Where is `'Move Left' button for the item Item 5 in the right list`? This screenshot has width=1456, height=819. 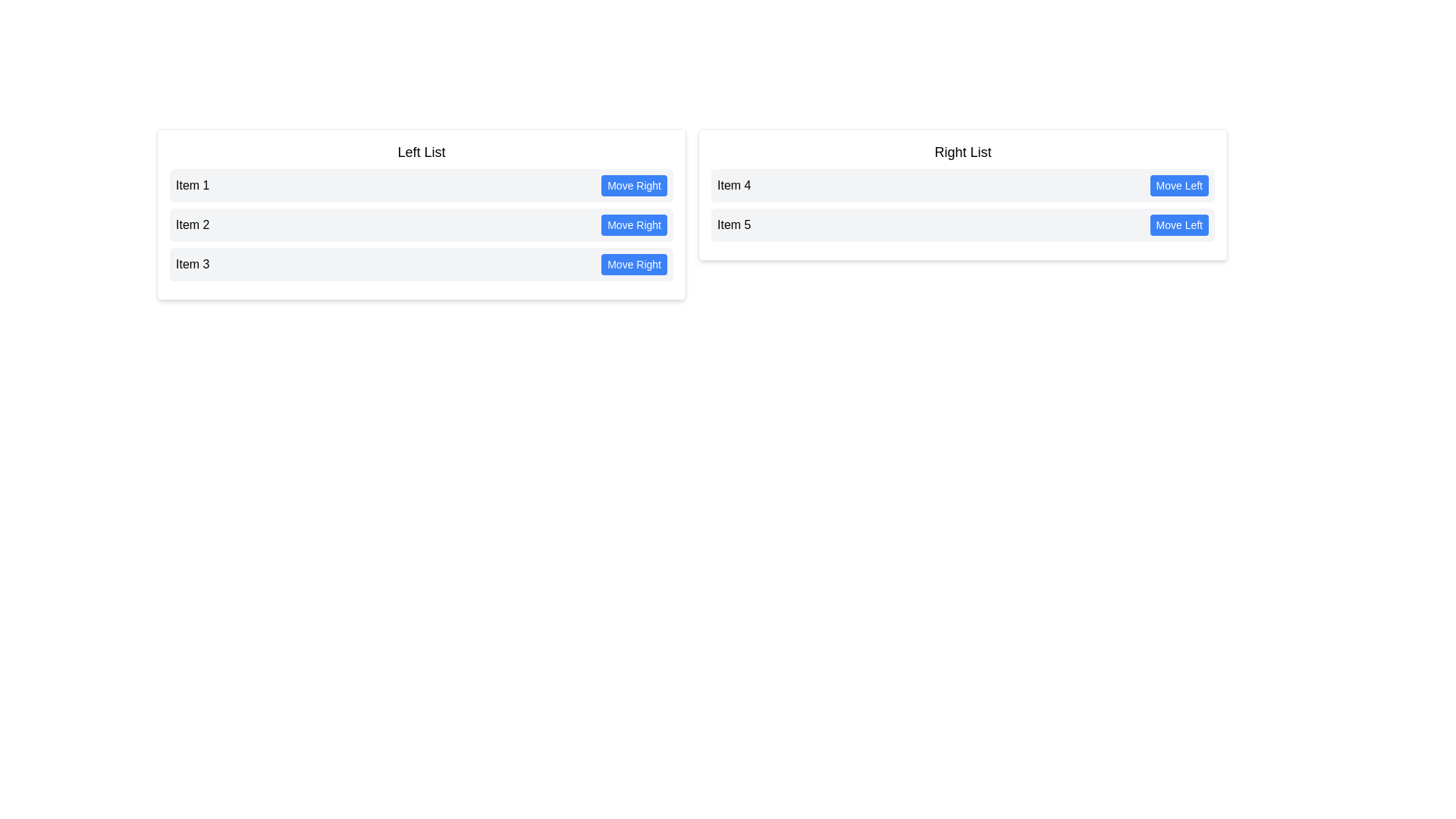 'Move Left' button for the item Item 5 in the right list is located at coordinates (1178, 225).